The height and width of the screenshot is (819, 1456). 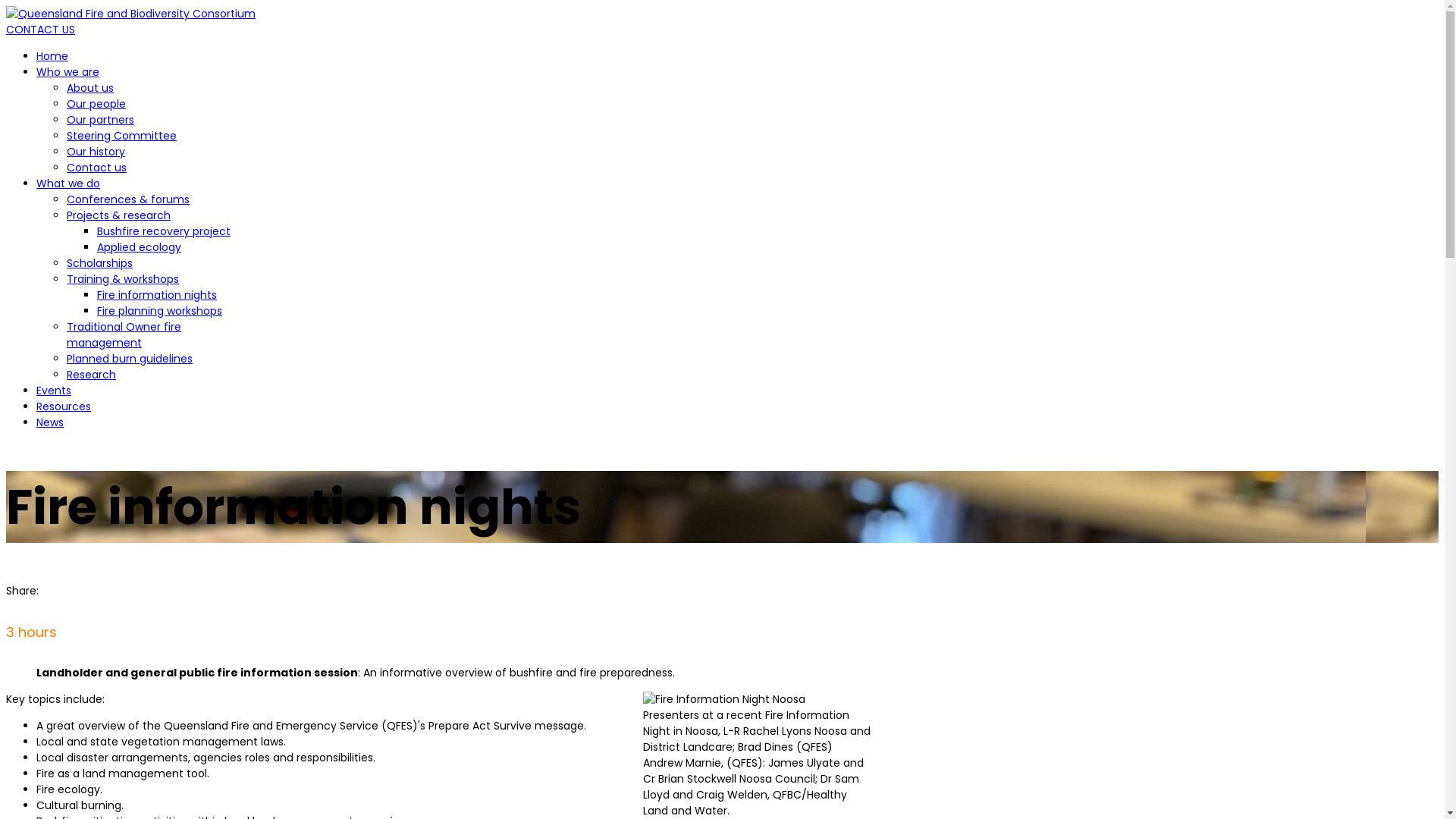 What do you see at coordinates (50, 422) in the screenshot?
I see `'News'` at bounding box center [50, 422].